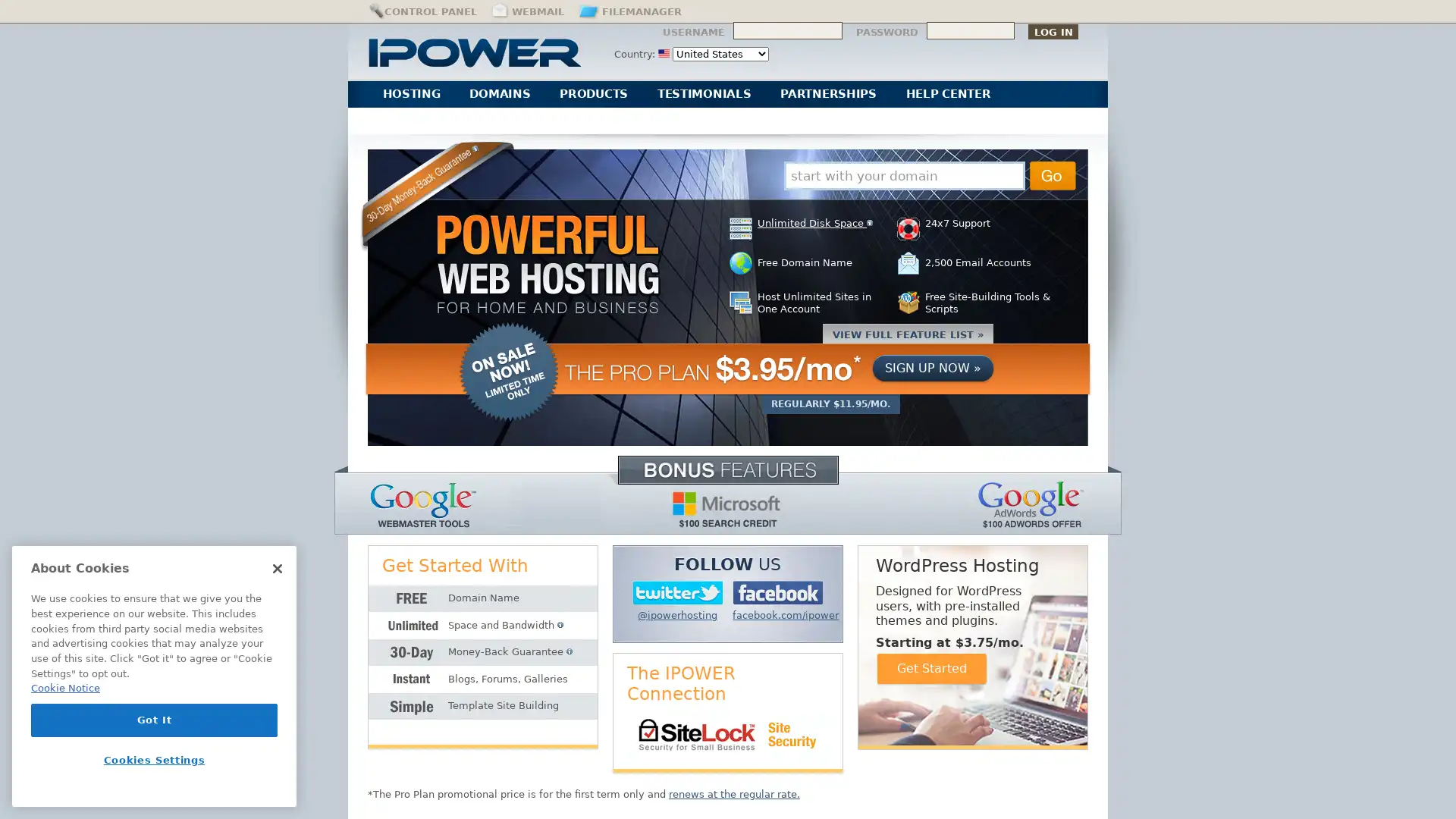 The image size is (1456, 819). Describe the element at coordinates (1052, 31) in the screenshot. I see `Log In` at that location.